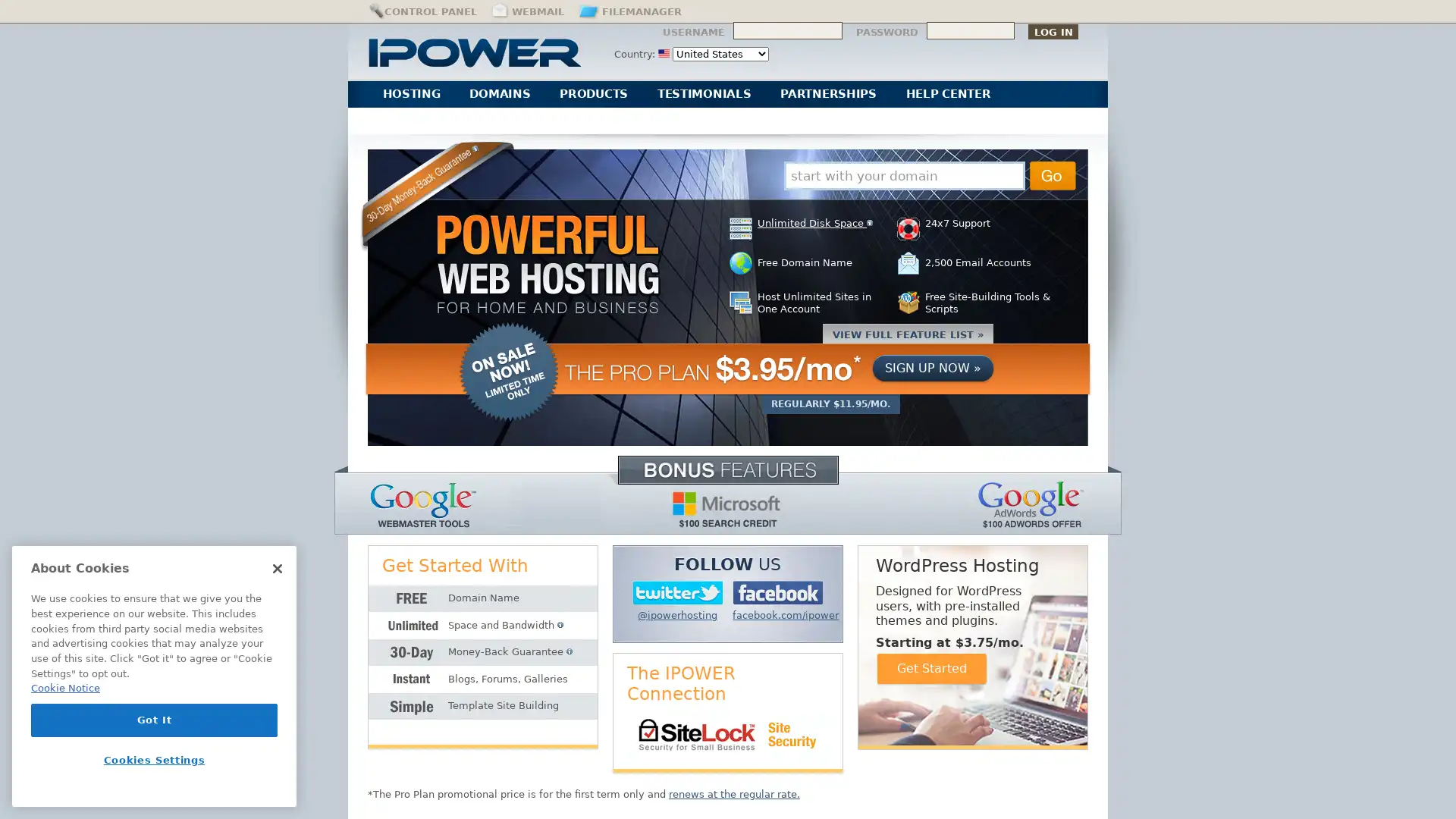 The image size is (1456, 819). Describe the element at coordinates (1052, 31) in the screenshot. I see `Log In` at that location.